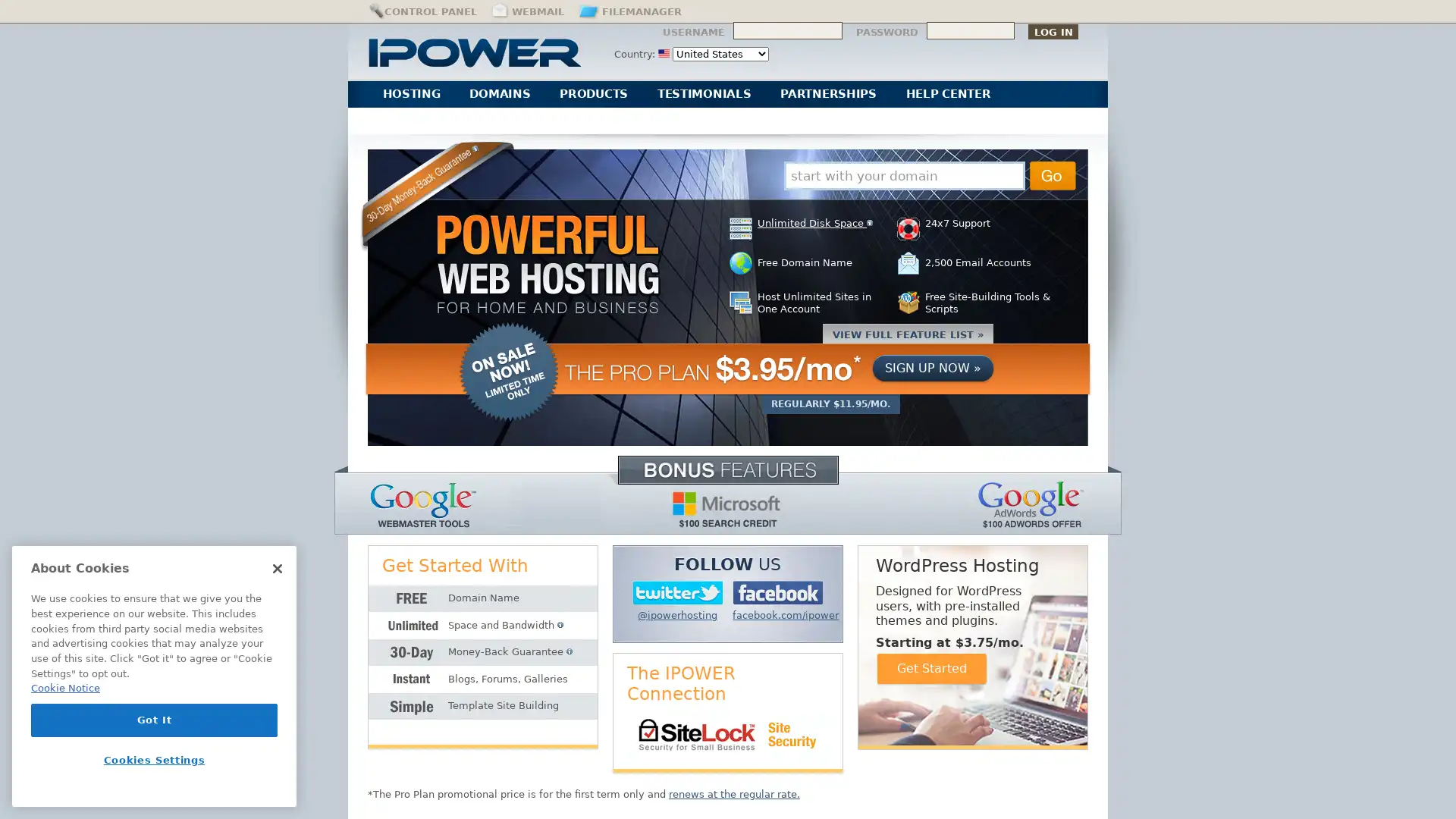 The image size is (1456, 819). Describe the element at coordinates (1052, 31) in the screenshot. I see `Log In` at that location.